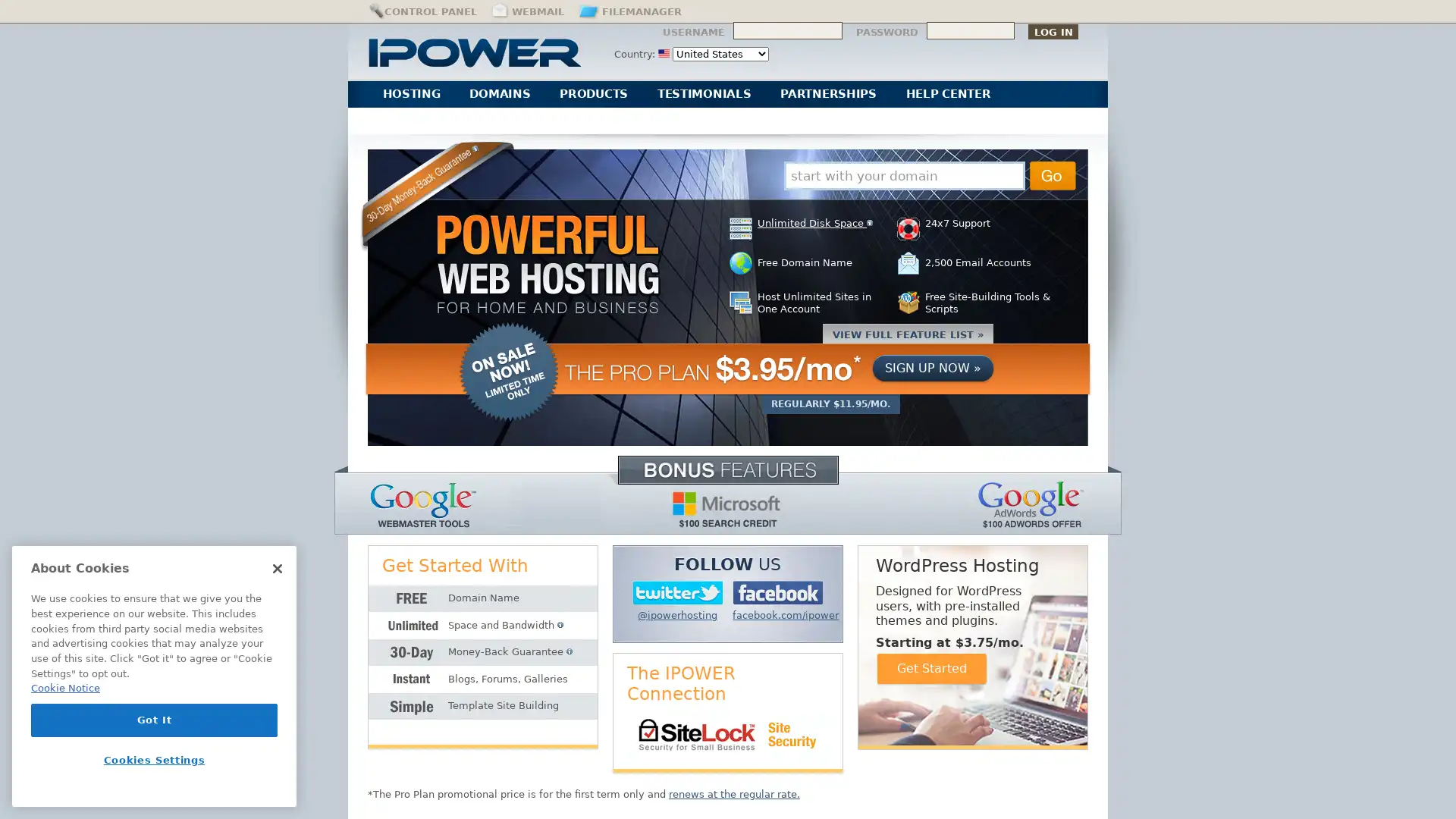 The image size is (1456, 819). Describe the element at coordinates (1052, 31) in the screenshot. I see `Log In` at that location.